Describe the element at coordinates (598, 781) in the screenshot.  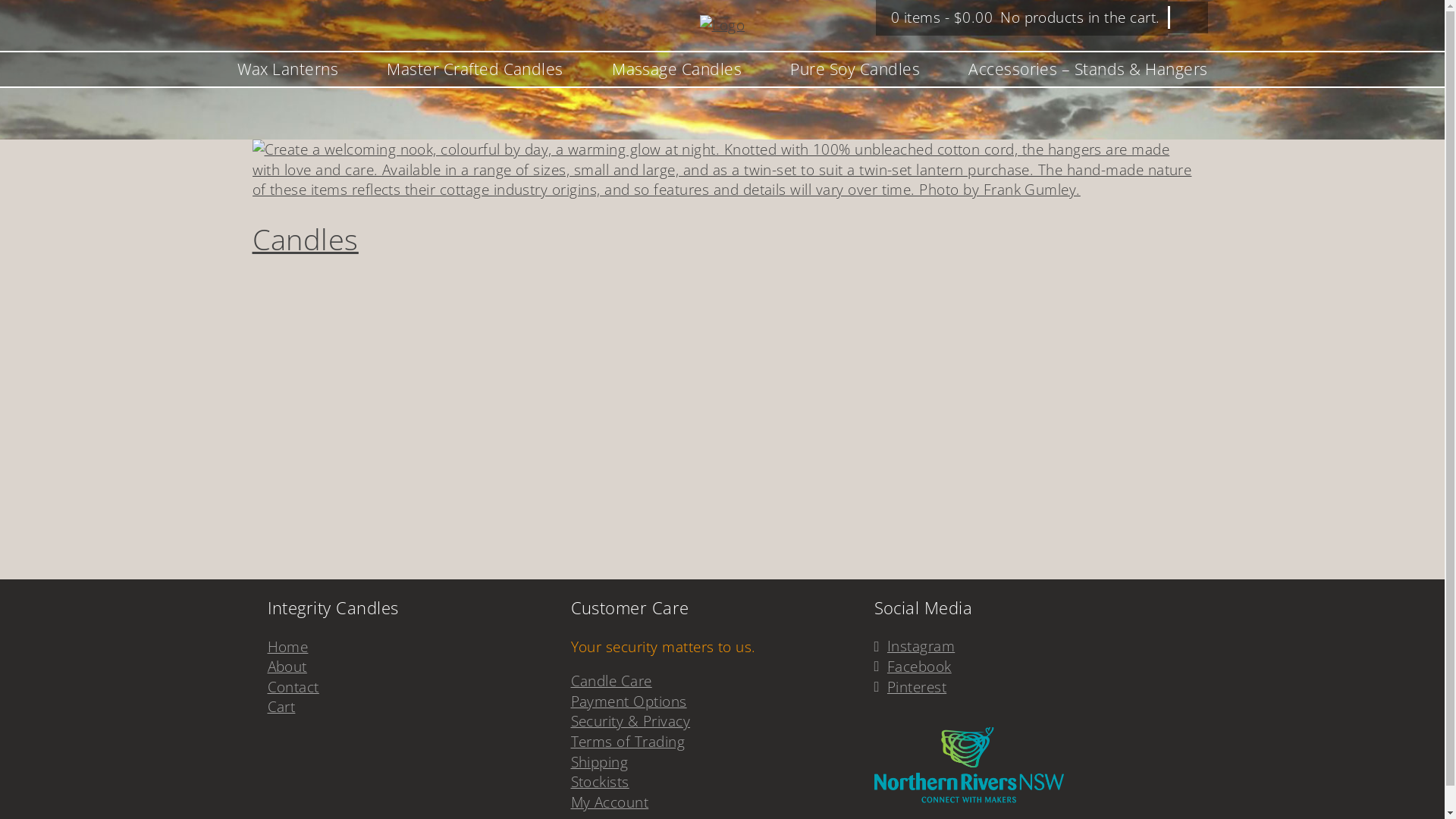
I see `'Stockists'` at that location.